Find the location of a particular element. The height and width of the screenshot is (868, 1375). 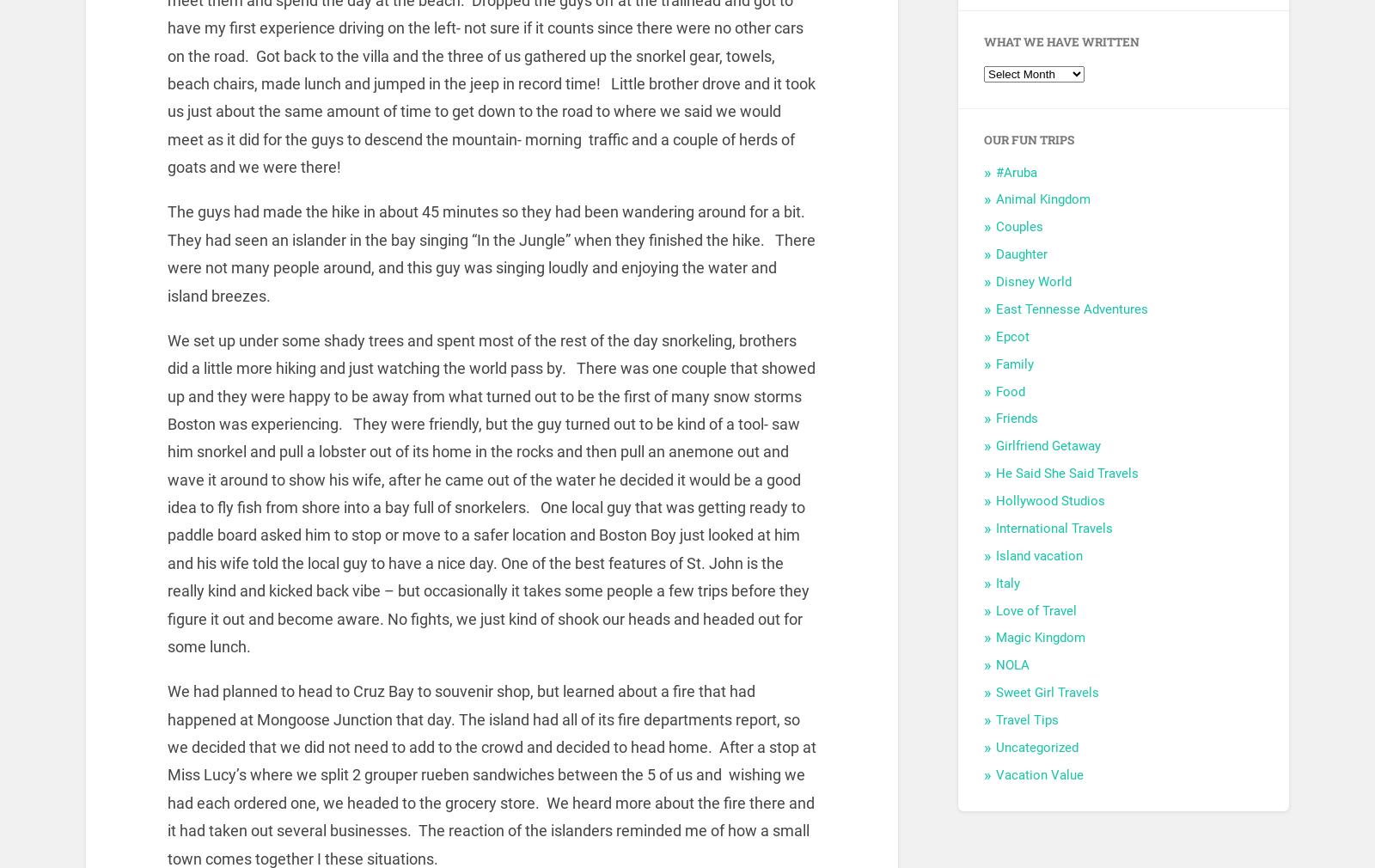

'NOLA' is located at coordinates (1012, 664).